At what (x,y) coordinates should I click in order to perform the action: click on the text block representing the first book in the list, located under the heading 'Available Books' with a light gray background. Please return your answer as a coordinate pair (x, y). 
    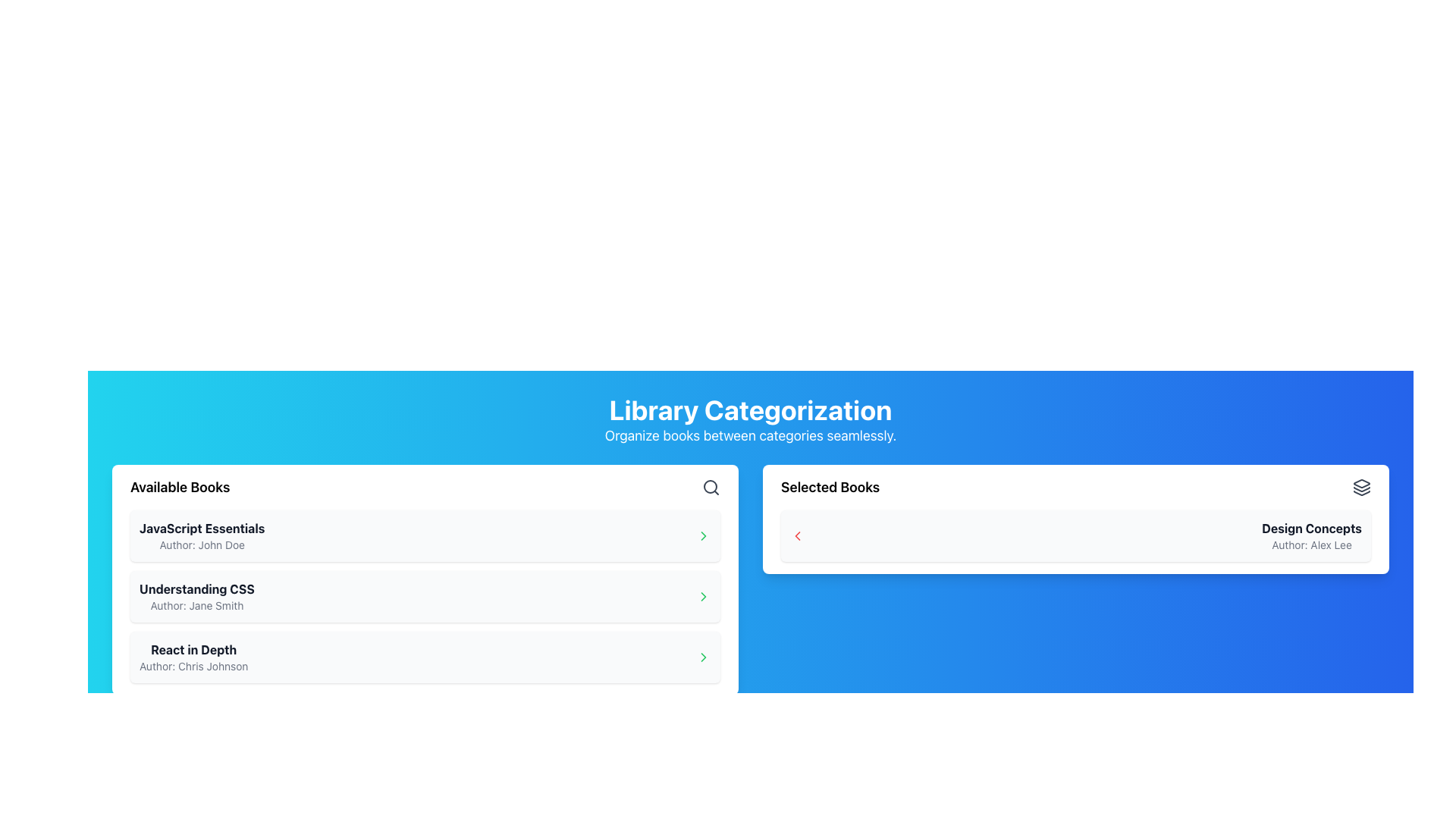
    Looking at the image, I should click on (201, 535).